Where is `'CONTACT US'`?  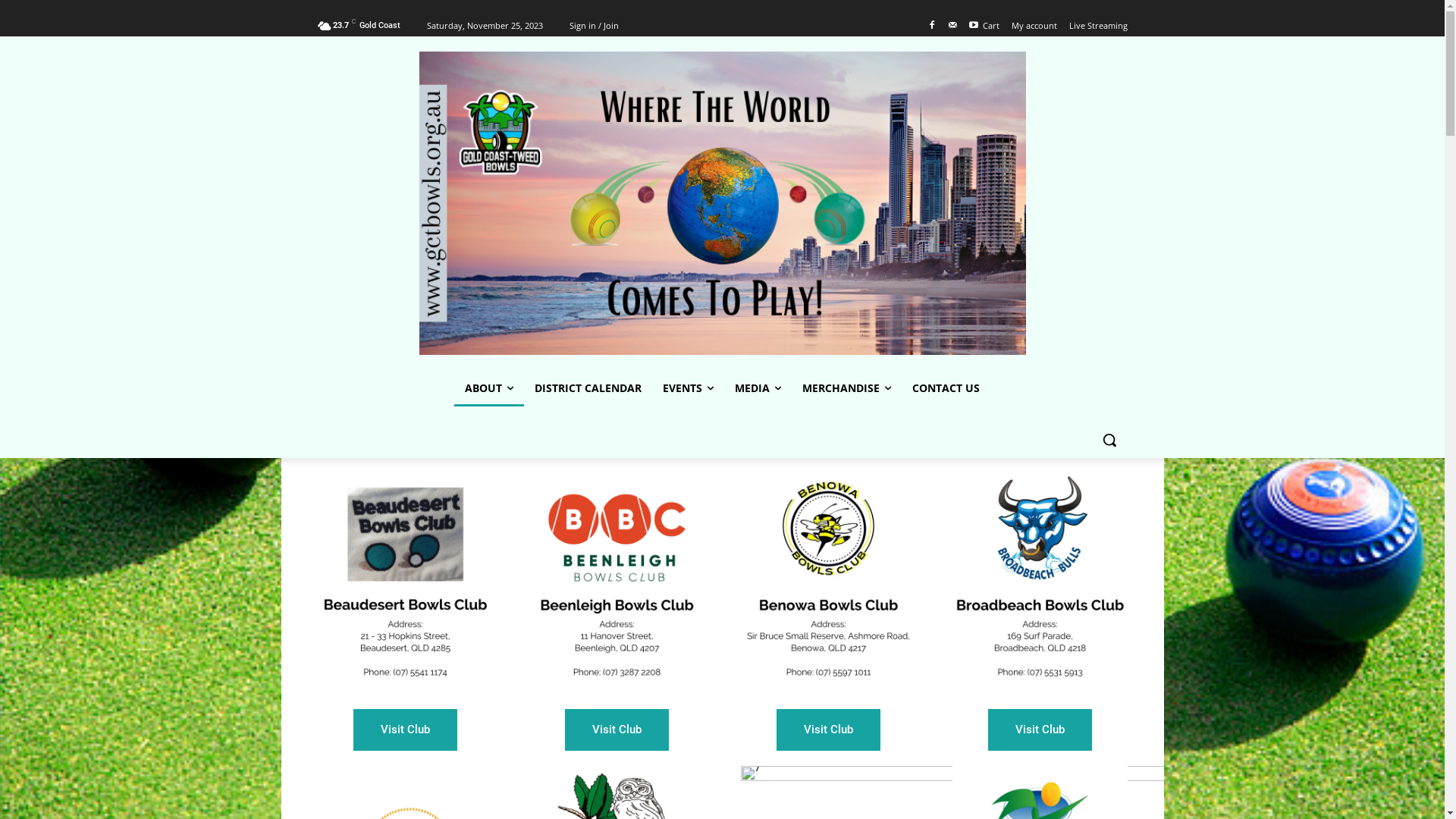 'CONTACT US' is located at coordinates (945, 388).